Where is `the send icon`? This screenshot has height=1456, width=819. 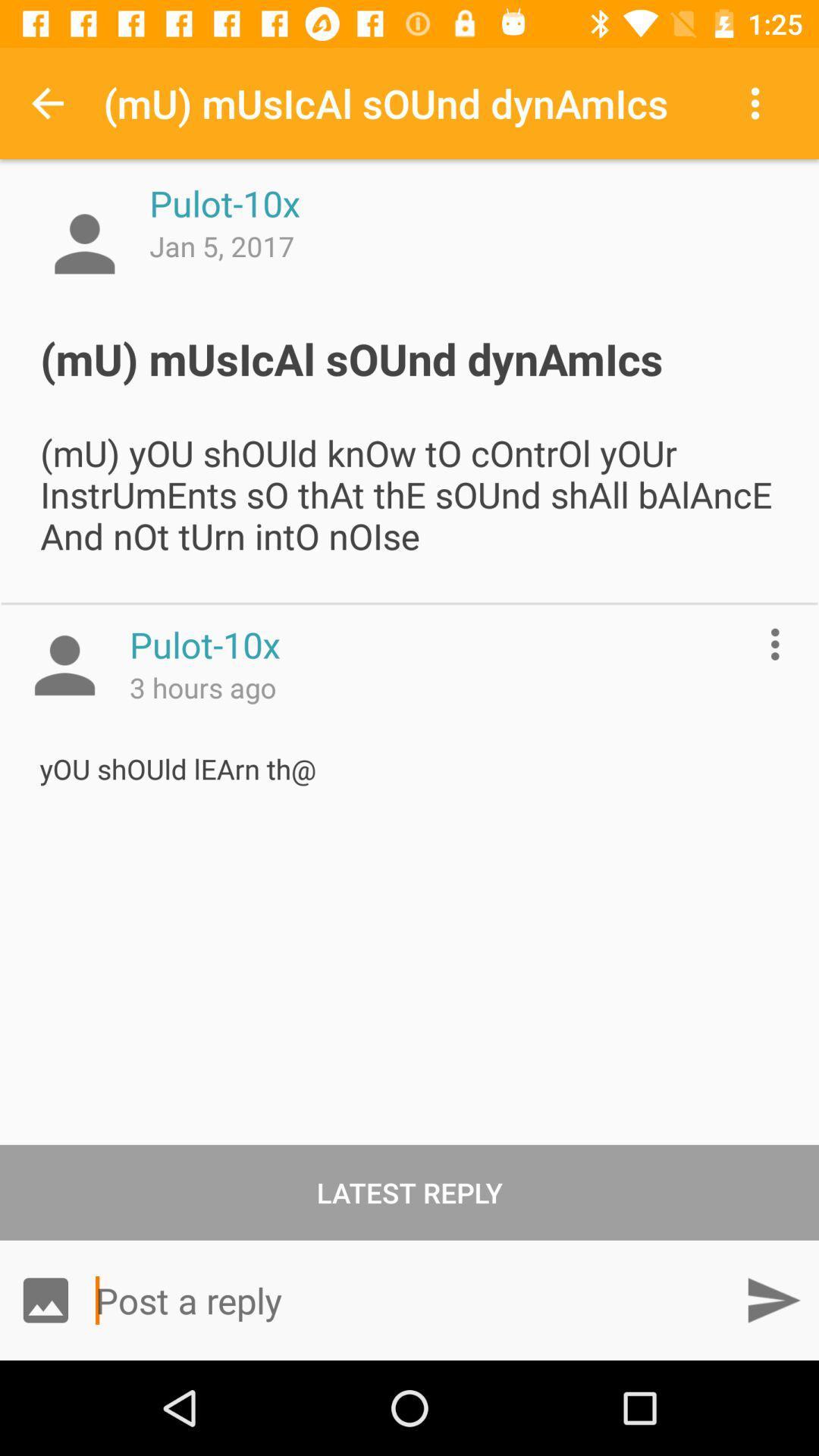 the send icon is located at coordinates (773, 1299).